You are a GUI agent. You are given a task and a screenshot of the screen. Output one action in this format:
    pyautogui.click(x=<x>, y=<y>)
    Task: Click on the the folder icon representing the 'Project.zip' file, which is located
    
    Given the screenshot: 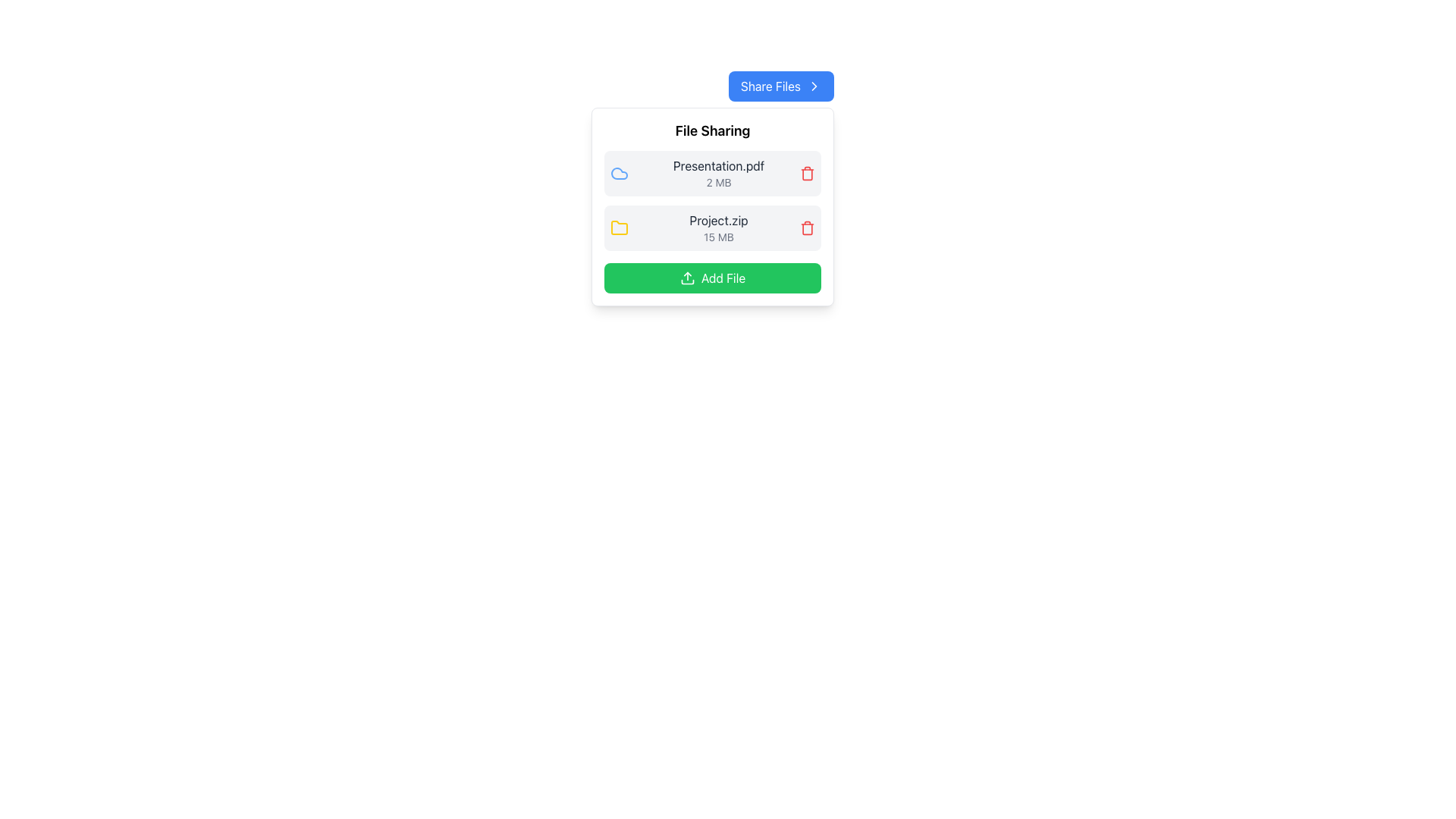 What is the action you would take?
    pyautogui.click(x=620, y=227)
    